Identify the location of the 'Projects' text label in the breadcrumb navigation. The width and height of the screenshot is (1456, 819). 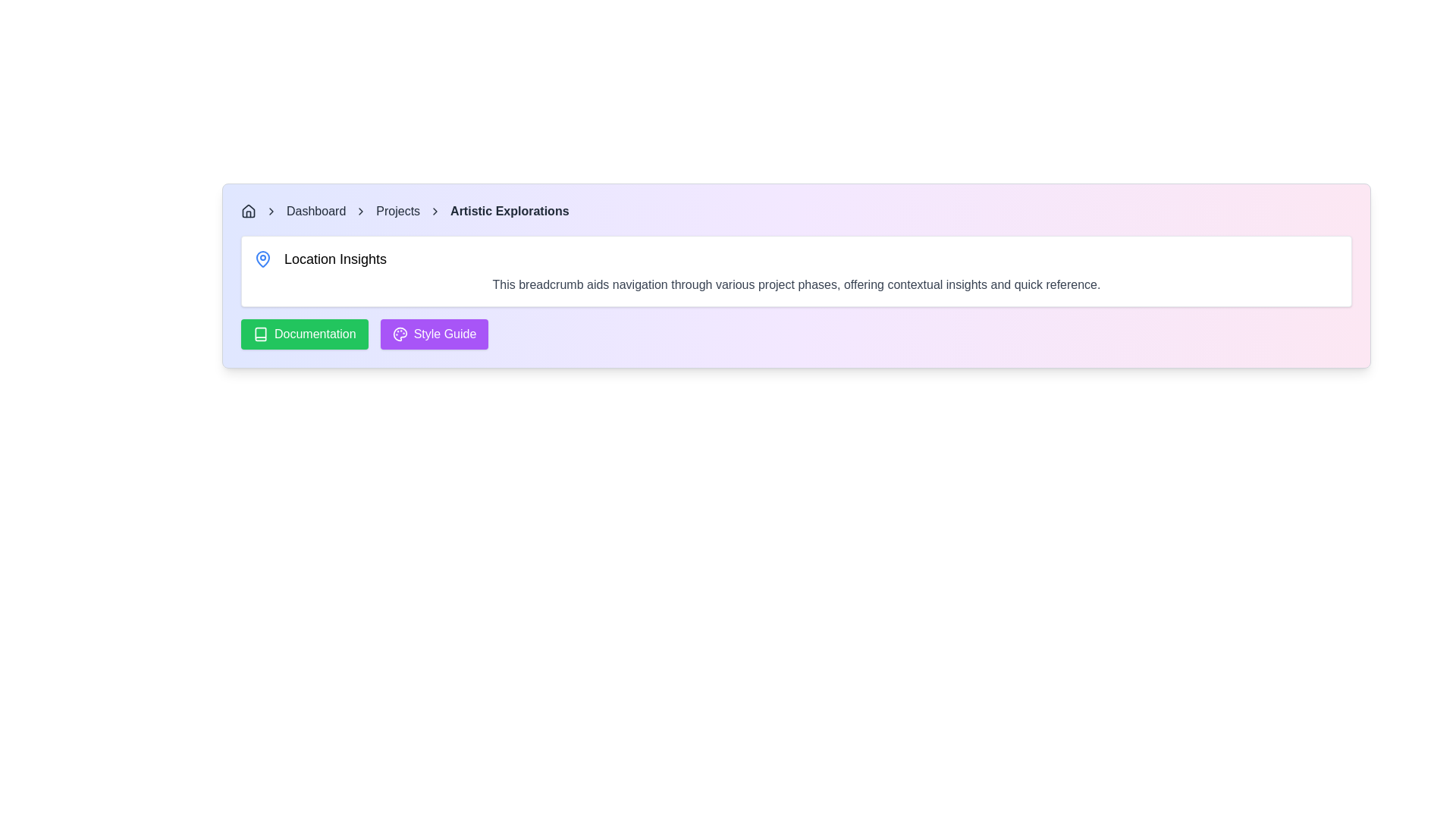
(398, 211).